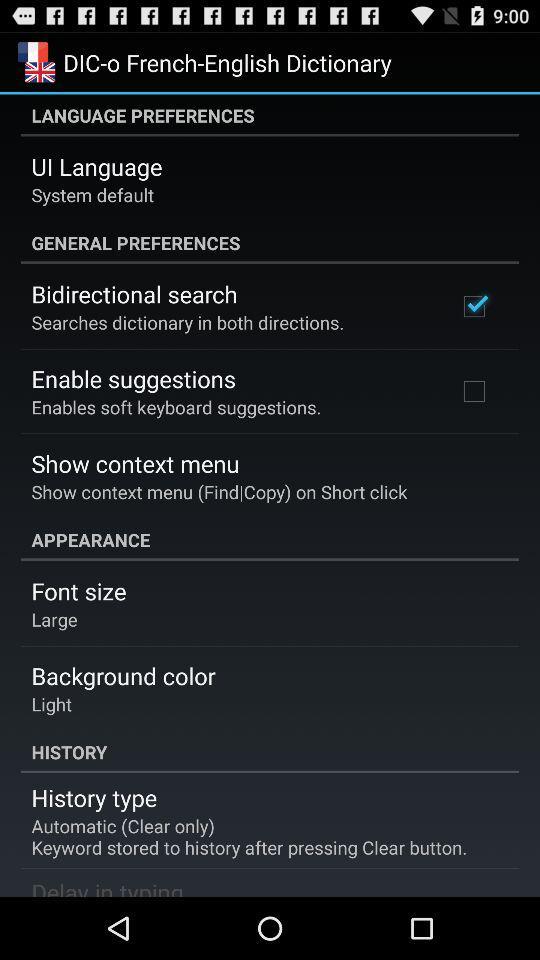 The width and height of the screenshot is (540, 960). Describe the element at coordinates (95, 165) in the screenshot. I see `the ui language` at that location.